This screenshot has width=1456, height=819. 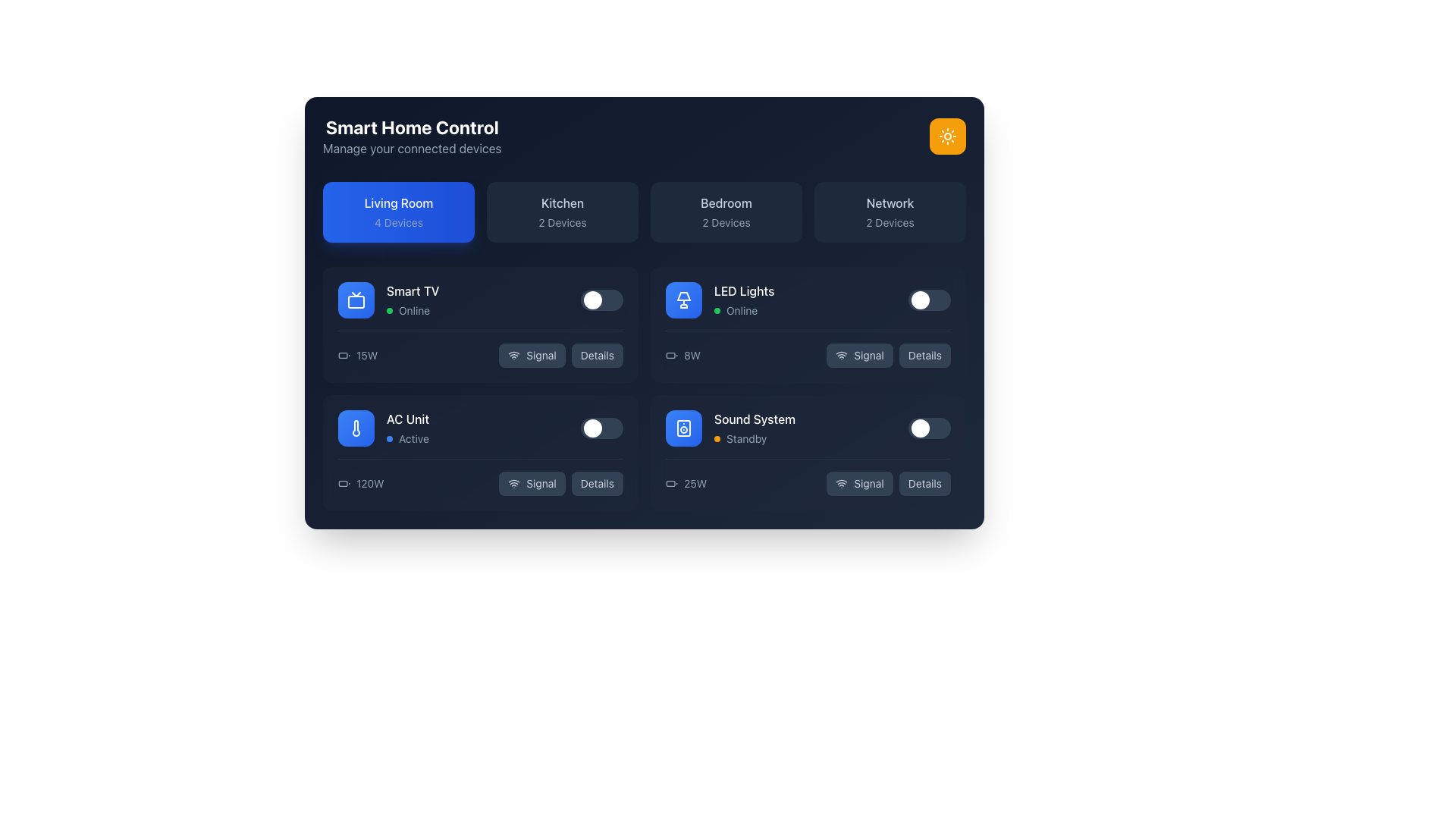 I want to click on the 'Signal' button, which features a Wi-Fi signal icon and a slate blue background with light gray text, located in the middle-right area of the interface inside the 'LED Lights' card, so click(x=889, y=356).